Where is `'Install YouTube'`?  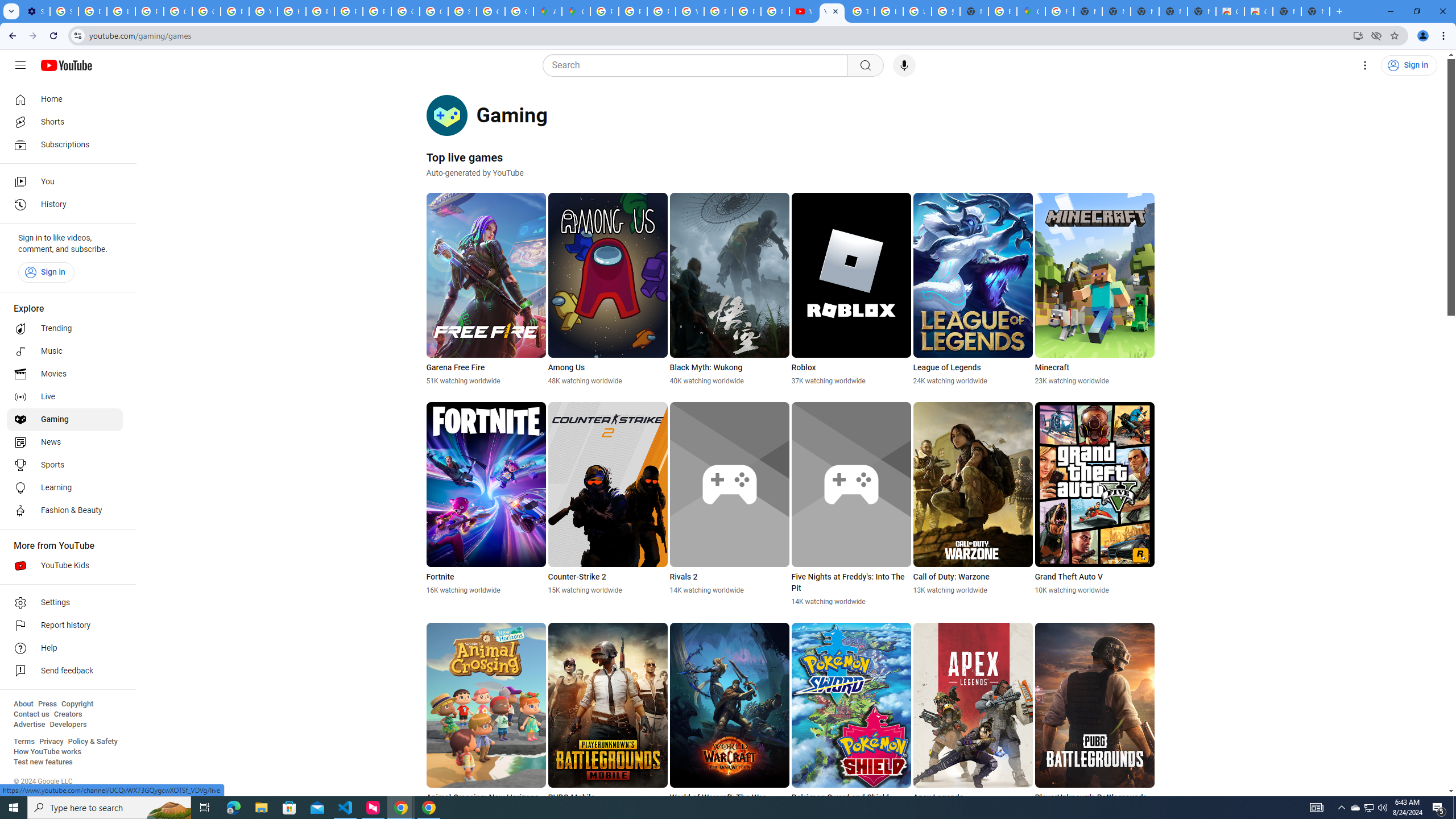 'Install YouTube' is located at coordinates (1358, 35).